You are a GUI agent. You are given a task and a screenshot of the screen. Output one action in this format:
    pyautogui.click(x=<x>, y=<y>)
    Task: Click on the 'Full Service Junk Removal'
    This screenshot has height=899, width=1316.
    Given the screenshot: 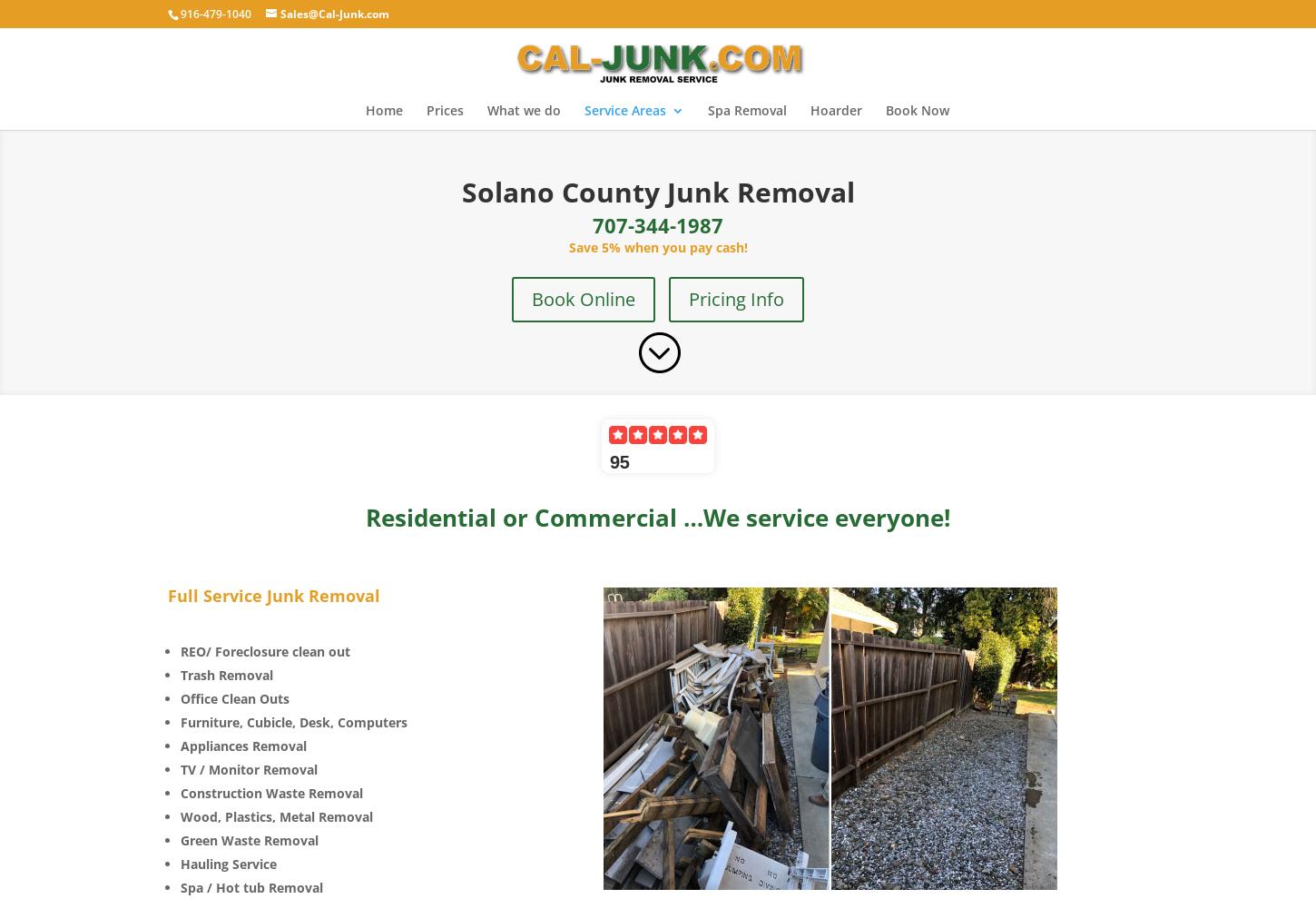 What is the action you would take?
    pyautogui.click(x=274, y=595)
    